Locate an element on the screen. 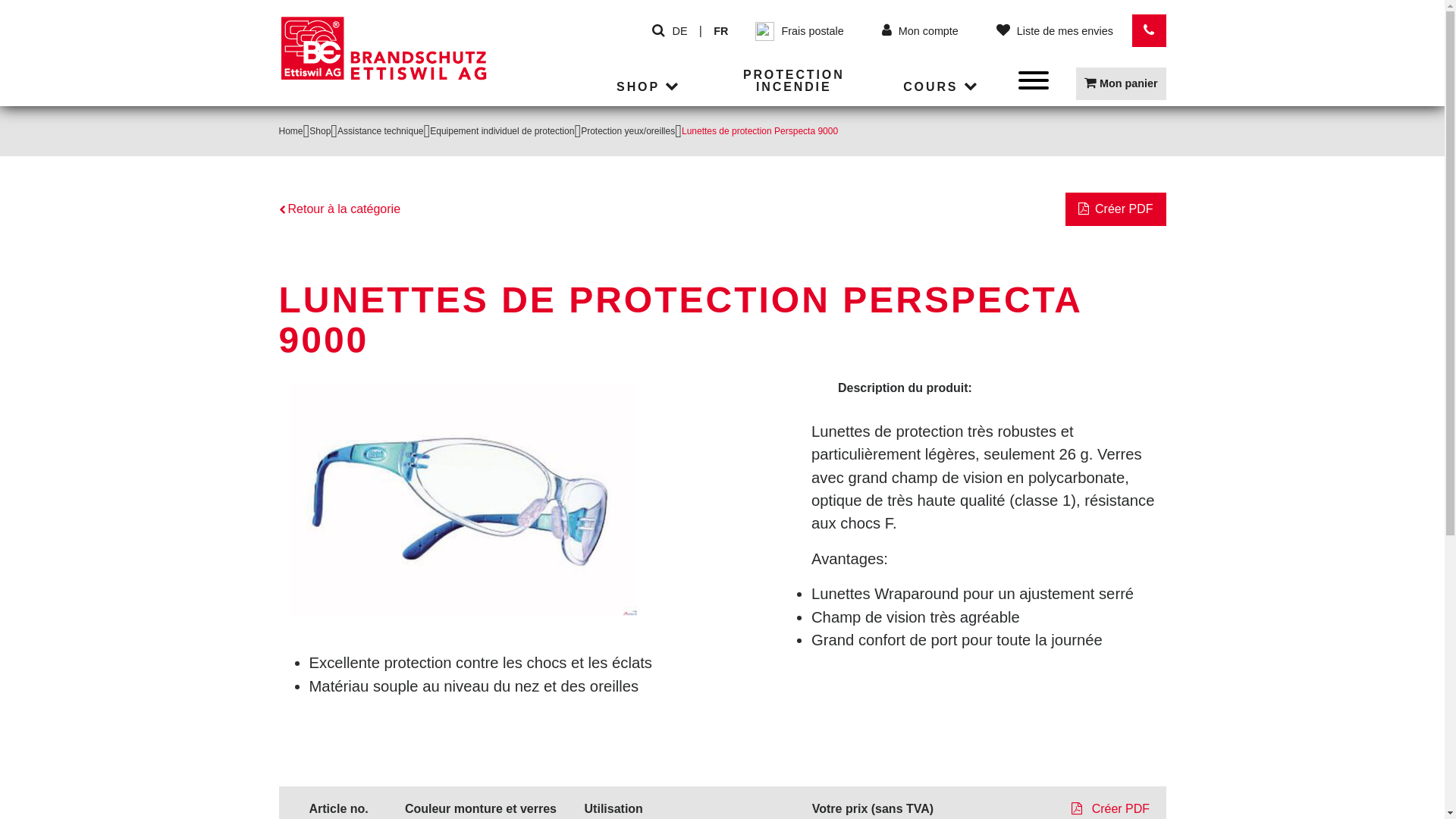  'Mon panier' is located at coordinates (1121, 83).